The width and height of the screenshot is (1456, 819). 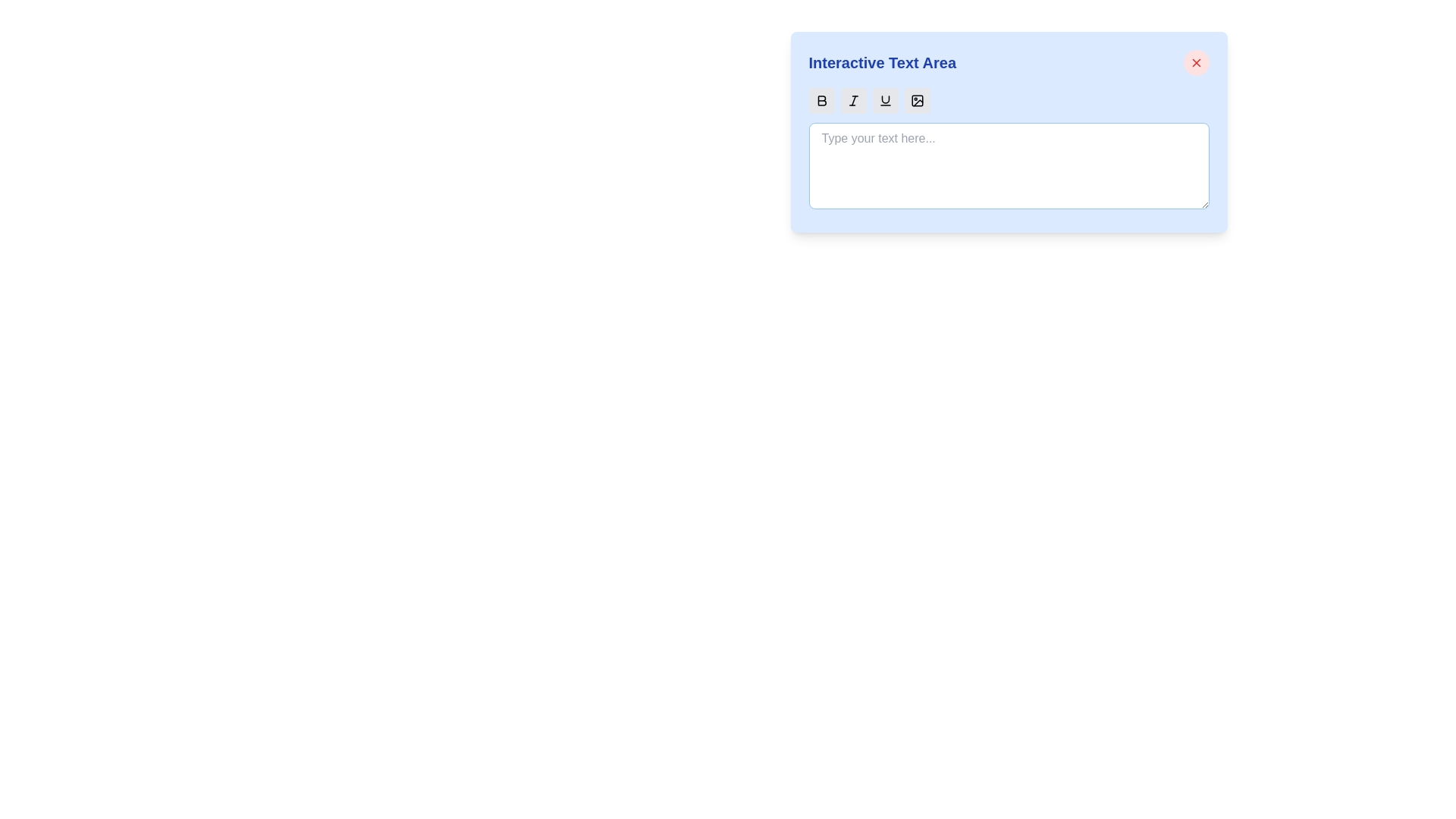 What do you see at coordinates (1009, 62) in the screenshot?
I see `the close button (circular red button with an 'X' symbol) on the Header titled 'Interactive Text Area'` at bounding box center [1009, 62].